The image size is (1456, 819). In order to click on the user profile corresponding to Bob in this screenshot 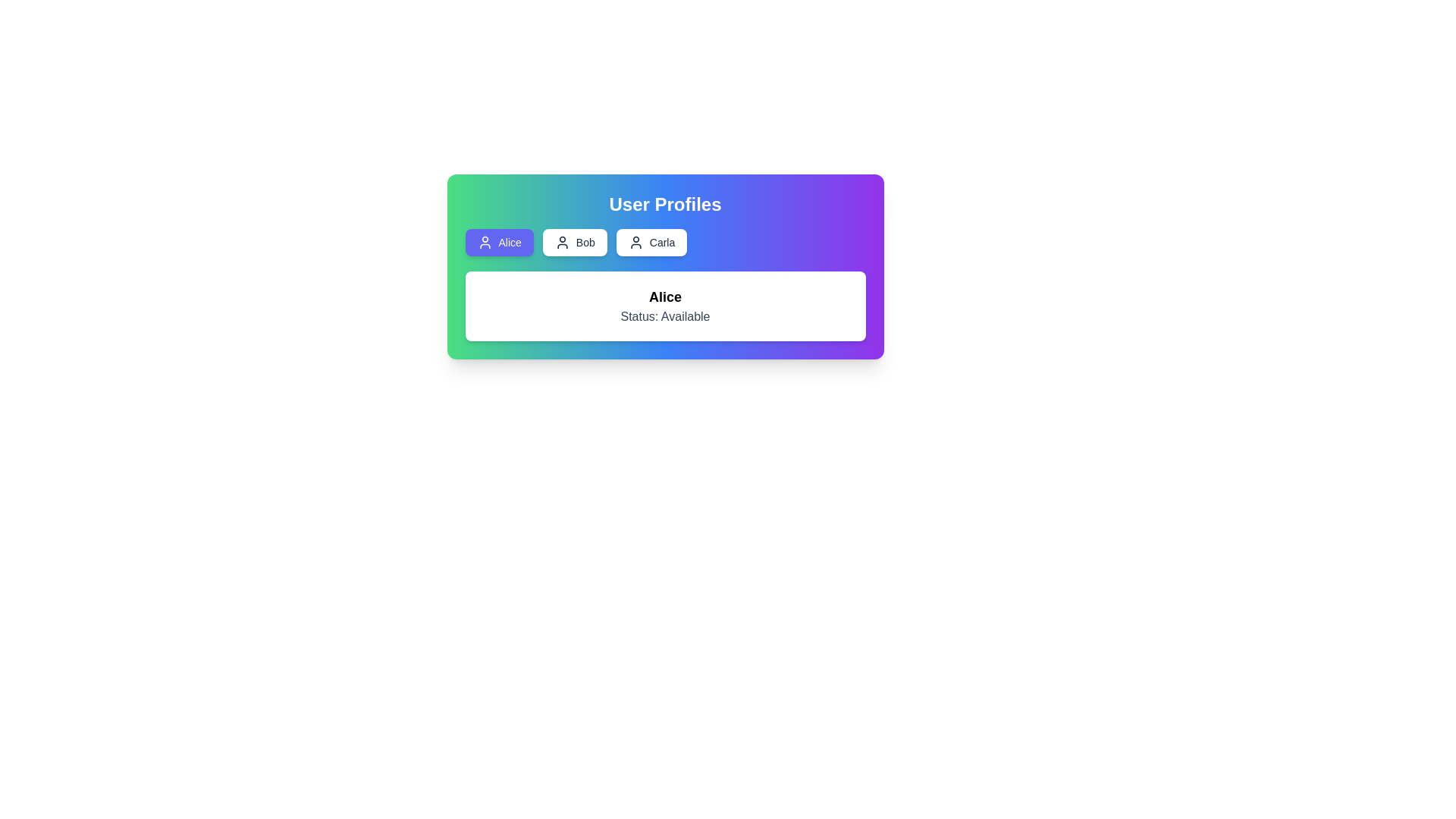, I will do `click(574, 242)`.